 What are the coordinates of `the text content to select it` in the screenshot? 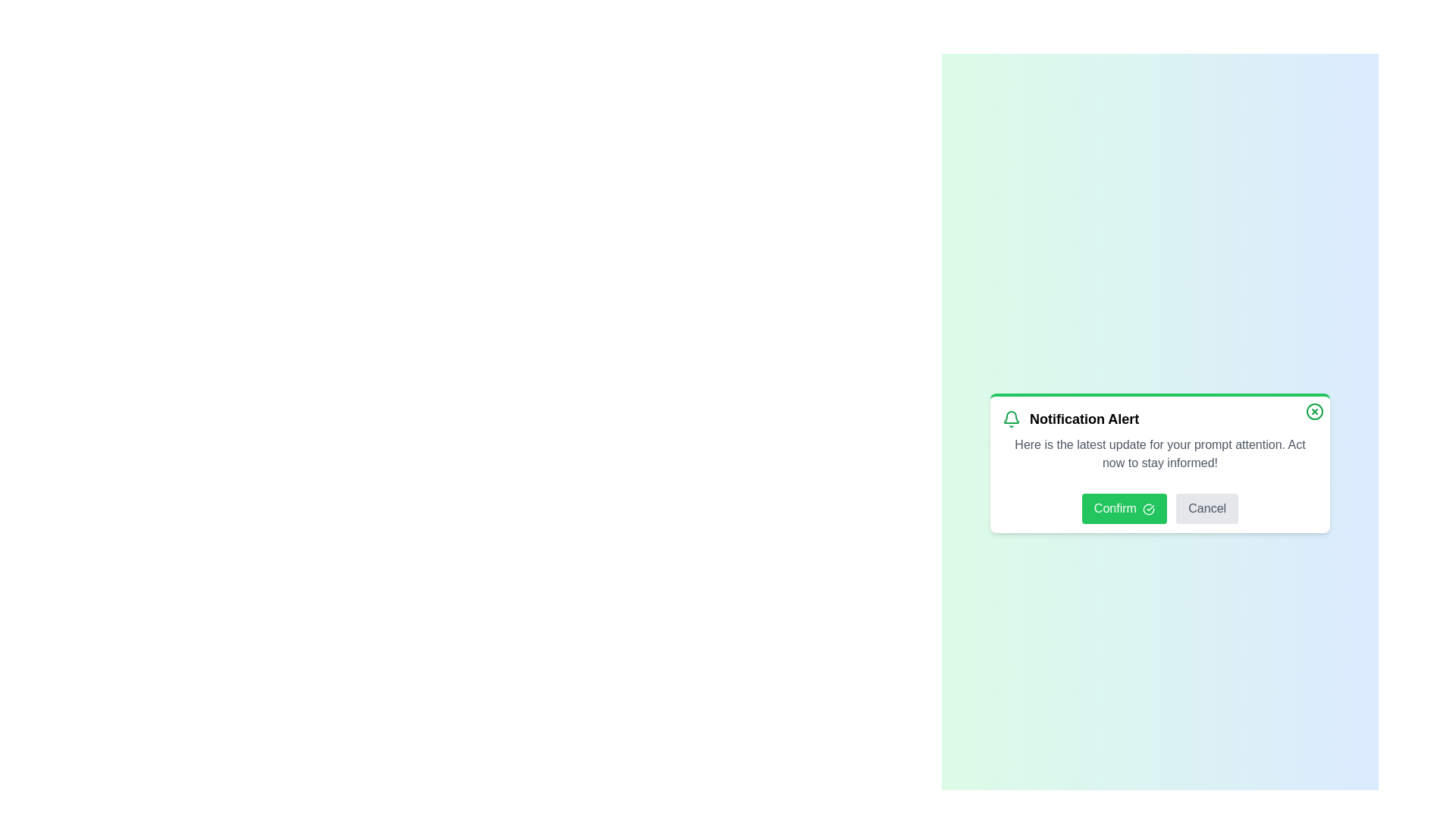 It's located at (1159, 441).